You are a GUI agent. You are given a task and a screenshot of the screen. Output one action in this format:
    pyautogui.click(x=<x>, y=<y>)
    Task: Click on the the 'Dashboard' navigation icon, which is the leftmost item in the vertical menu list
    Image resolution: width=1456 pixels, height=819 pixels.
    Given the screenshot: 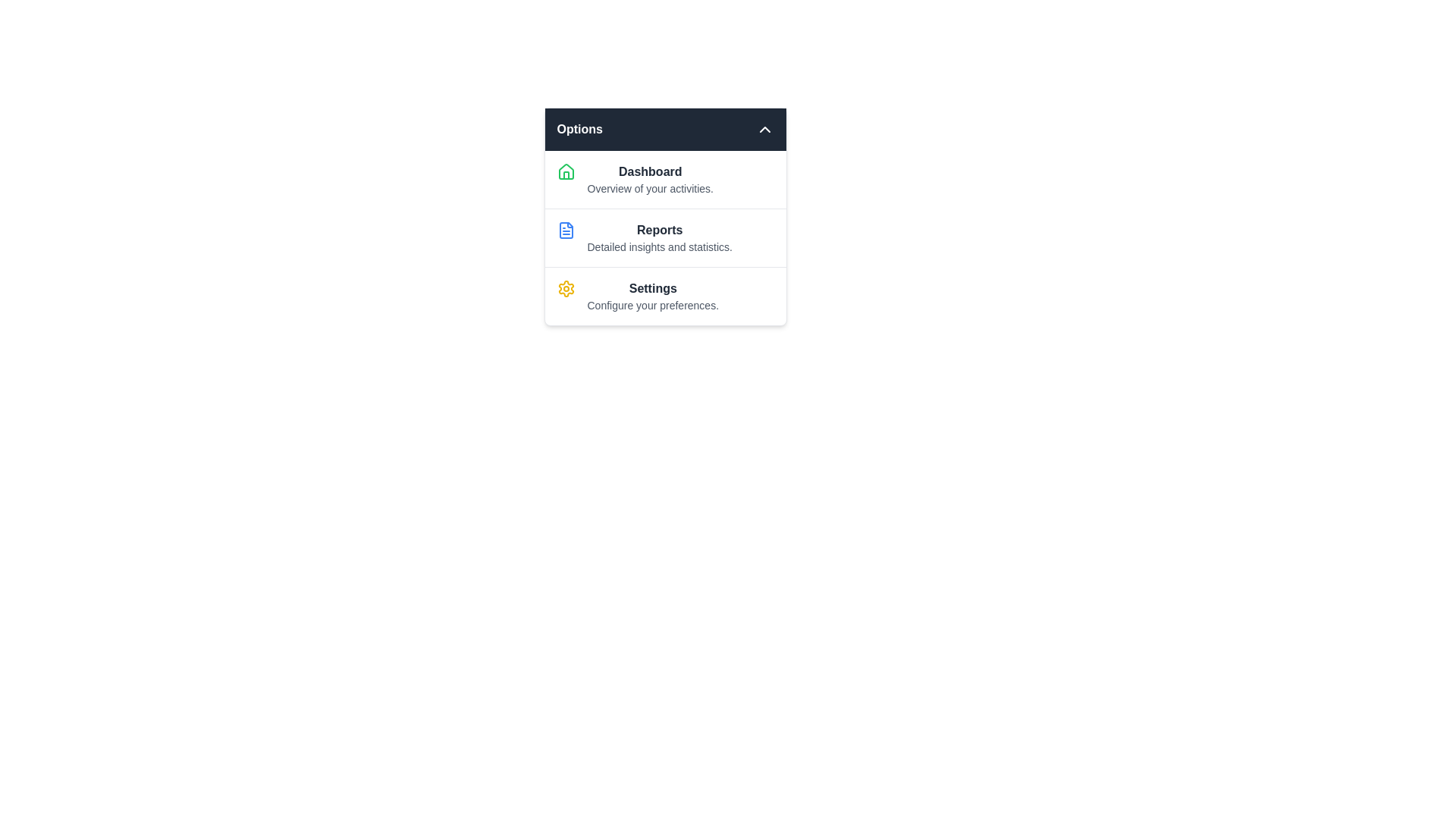 What is the action you would take?
    pyautogui.click(x=565, y=171)
    